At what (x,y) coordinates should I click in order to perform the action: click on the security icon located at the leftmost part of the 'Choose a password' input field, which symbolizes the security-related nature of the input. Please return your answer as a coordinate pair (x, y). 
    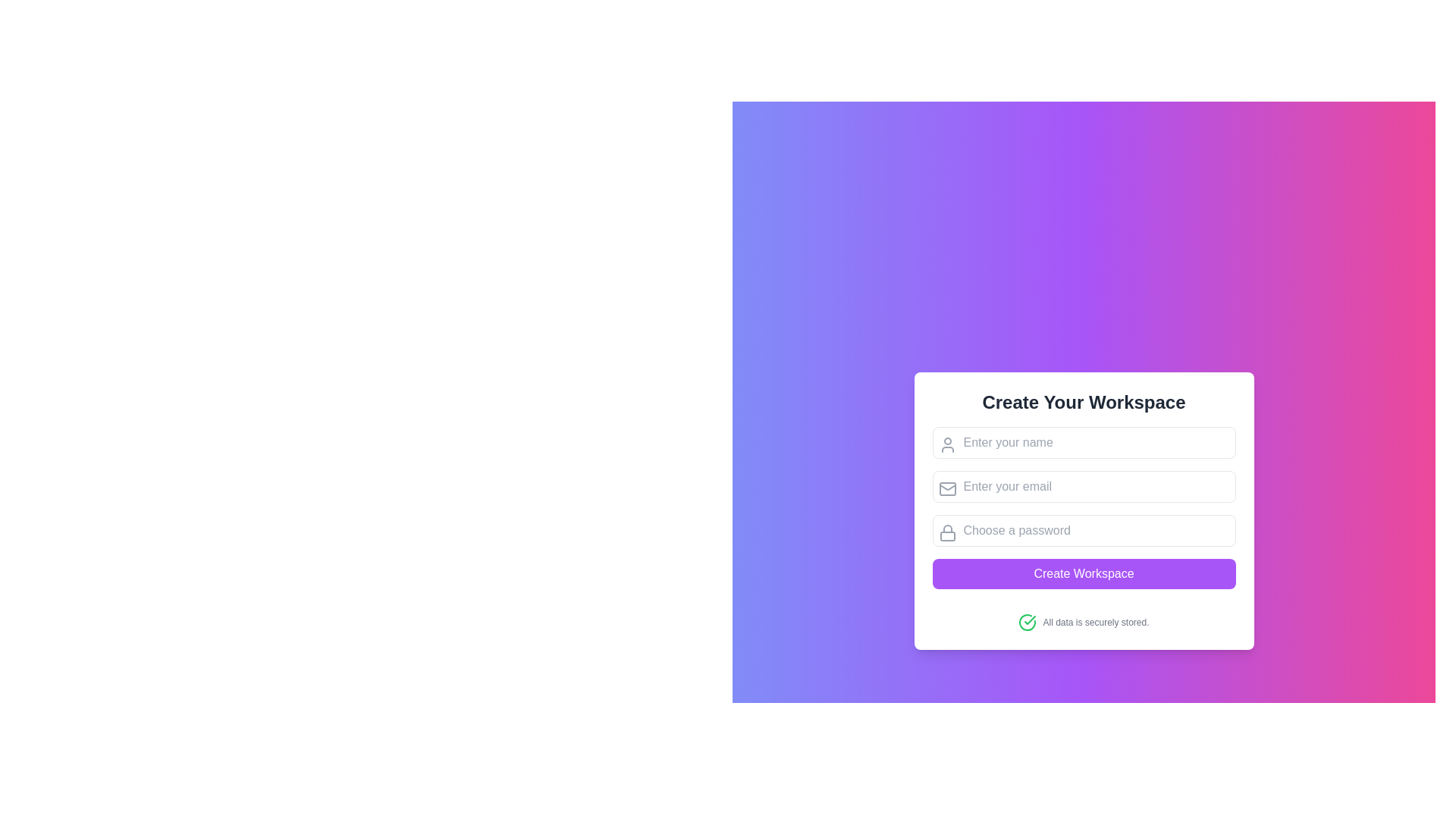
    Looking at the image, I should click on (946, 532).